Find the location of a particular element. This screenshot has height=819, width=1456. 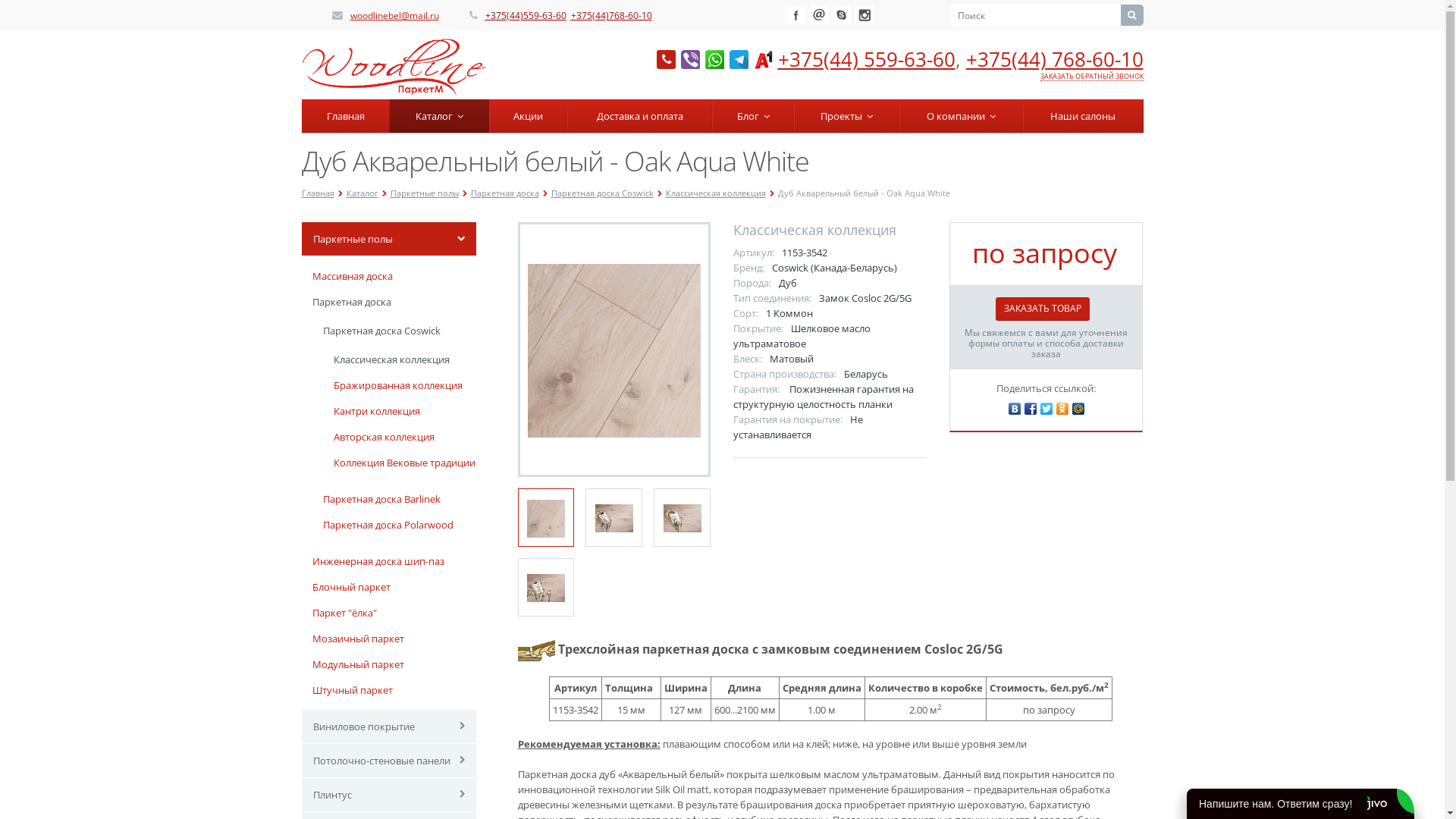

'telegram_icon.png' is located at coordinates (739, 58).